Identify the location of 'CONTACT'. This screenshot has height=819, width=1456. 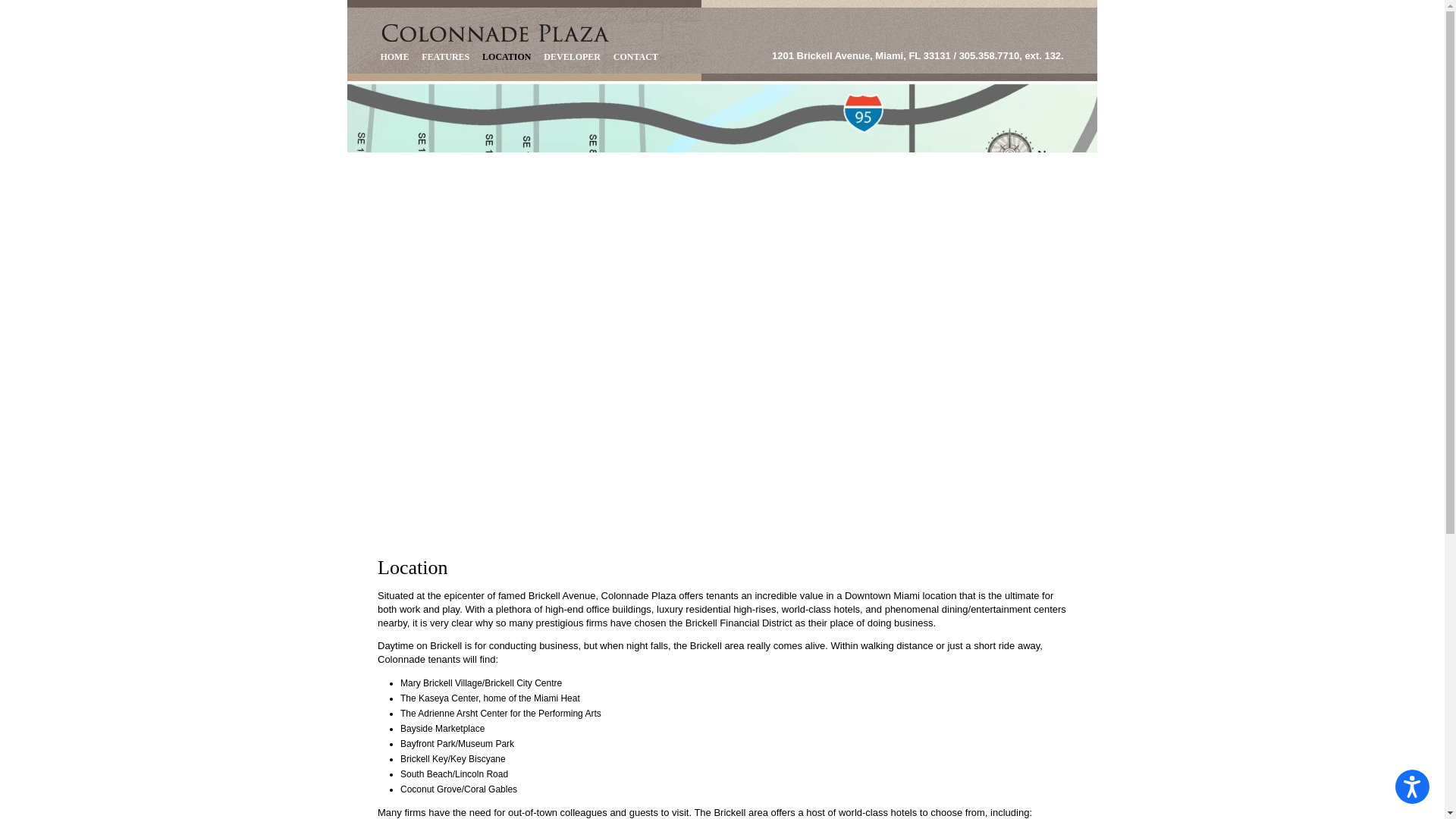
(635, 56).